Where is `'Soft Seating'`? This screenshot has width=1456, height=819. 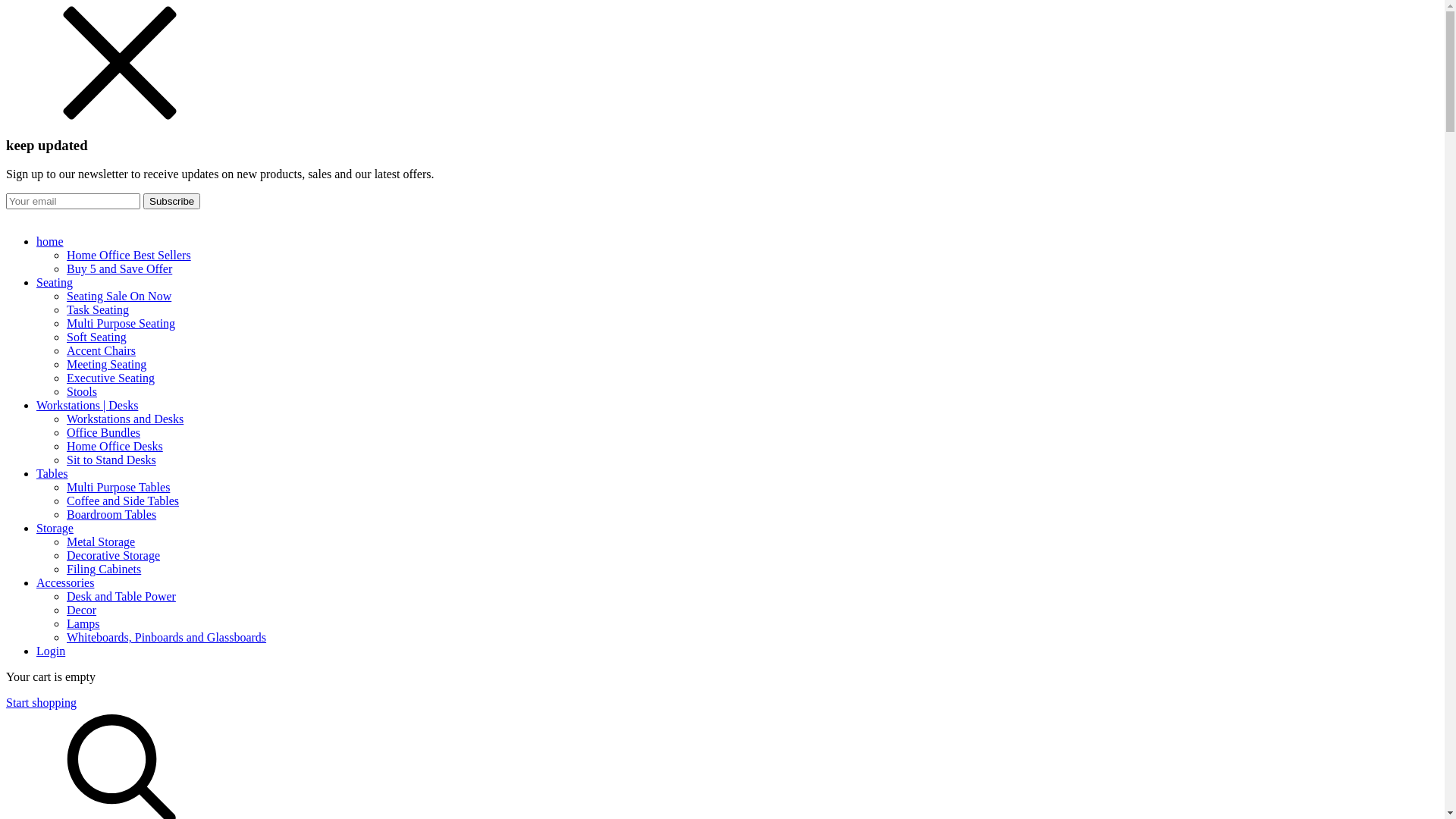
'Soft Seating' is located at coordinates (65, 336).